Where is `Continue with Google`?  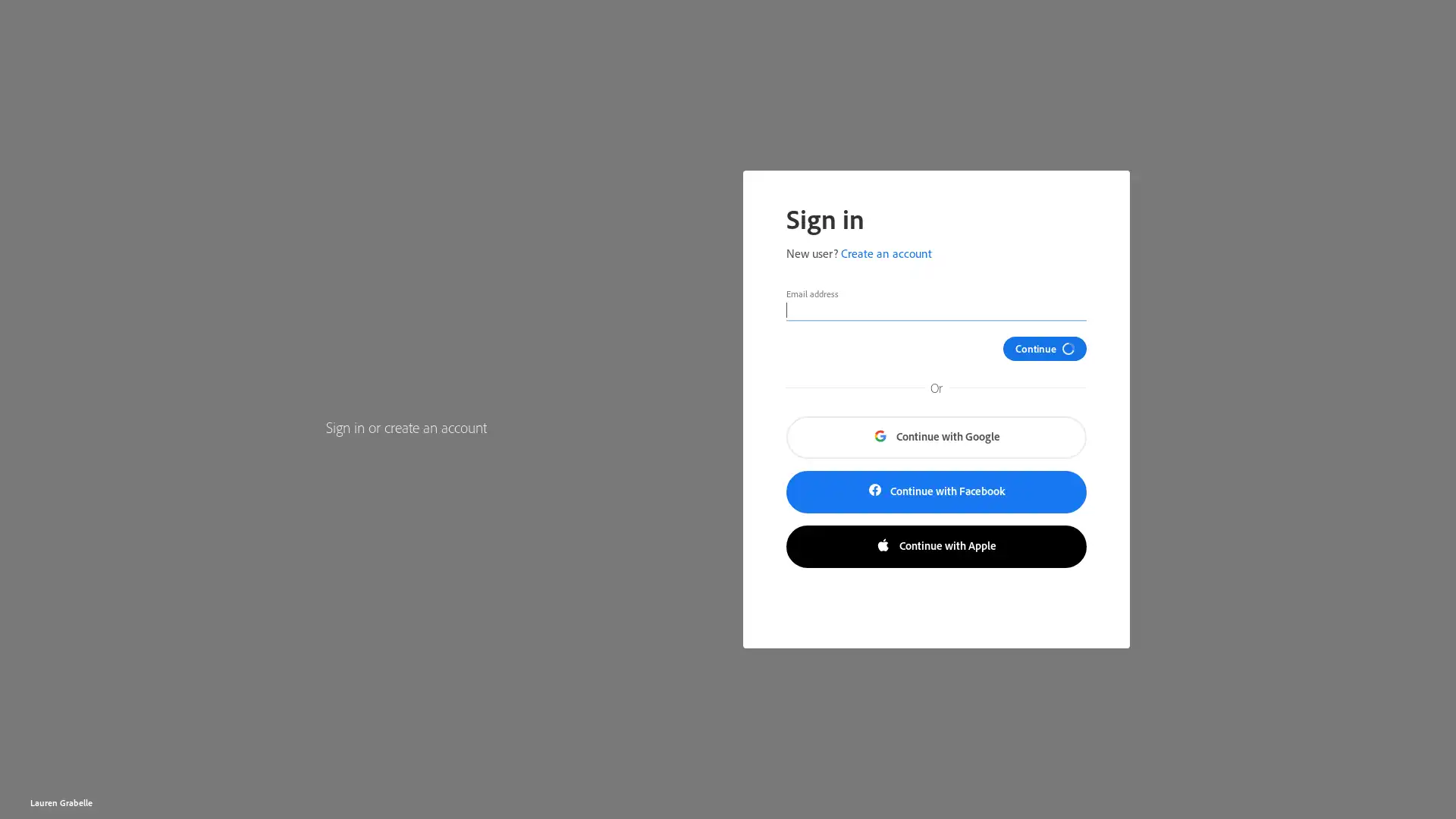 Continue with Google is located at coordinates (935, 438).